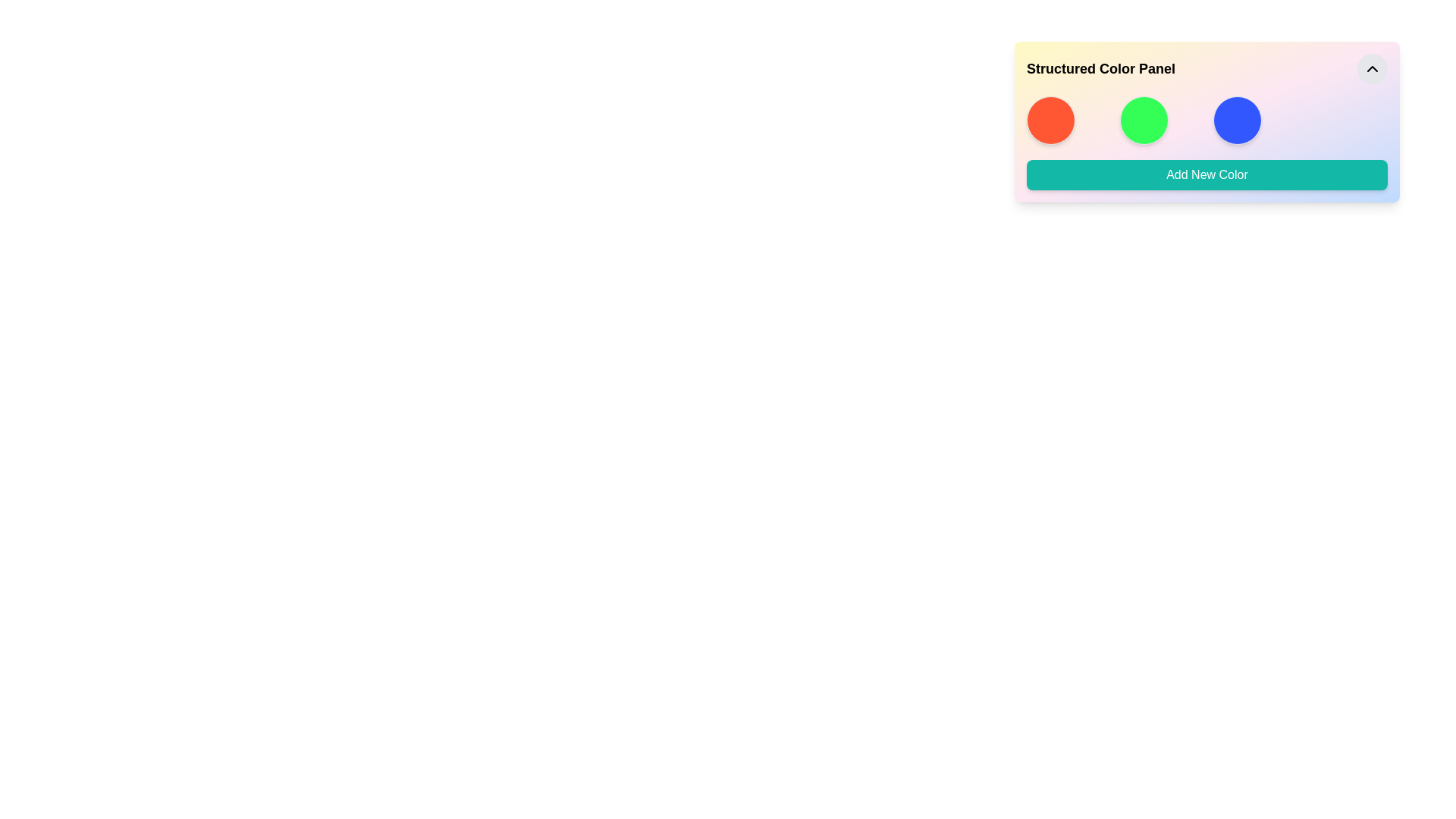  What do you see at coordinates (1050, 119) in the screenshot?
I see `the leftmost circular button in the color panel` at bounding box center [1050, 119].